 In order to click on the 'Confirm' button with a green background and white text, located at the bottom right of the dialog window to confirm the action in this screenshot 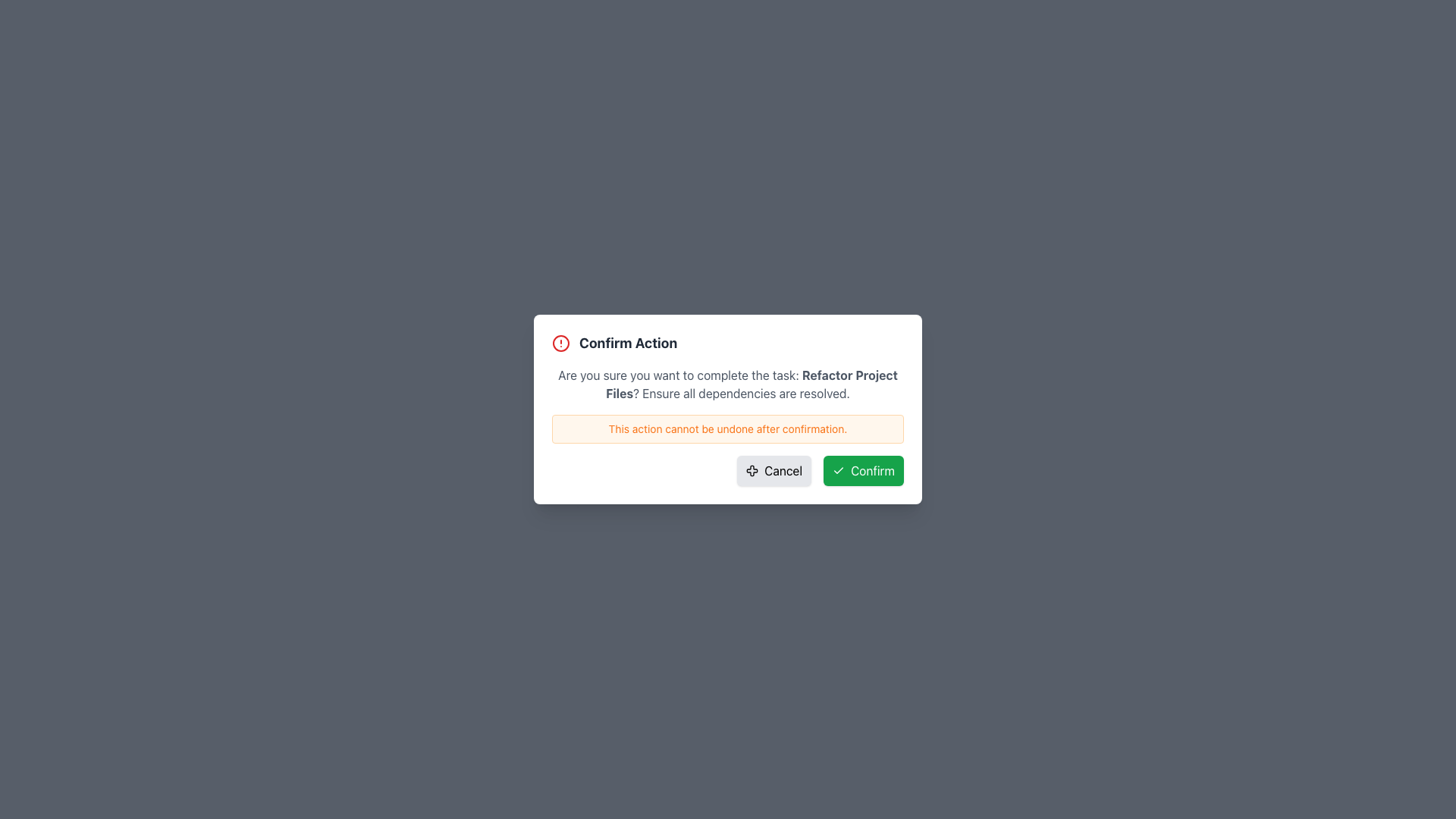, I will do `click(863, 470)`.